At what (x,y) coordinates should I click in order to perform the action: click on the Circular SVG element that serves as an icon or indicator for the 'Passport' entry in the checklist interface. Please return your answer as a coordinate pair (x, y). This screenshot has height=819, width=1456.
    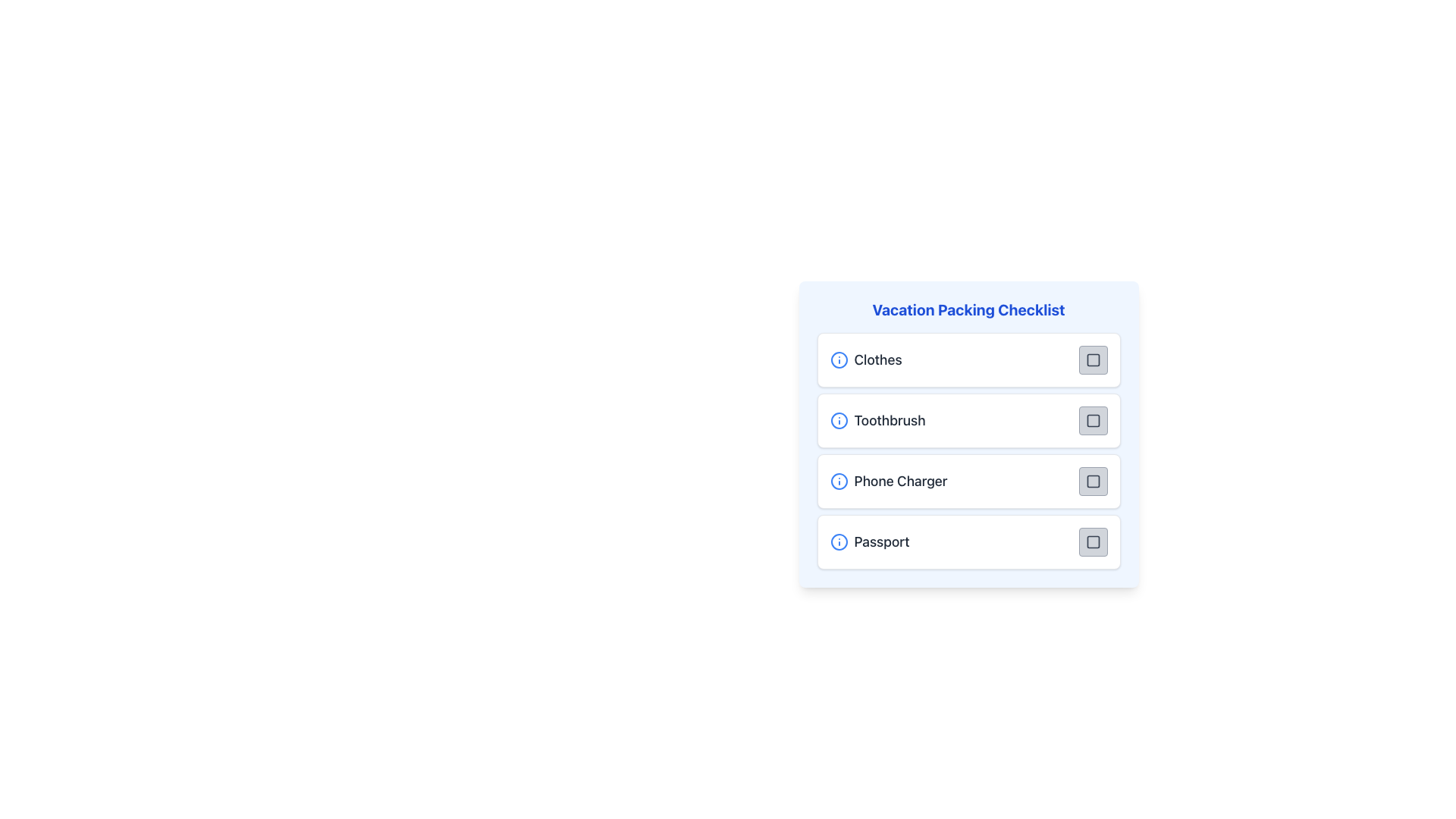
    Looking at the image, I should click on (838, 541).